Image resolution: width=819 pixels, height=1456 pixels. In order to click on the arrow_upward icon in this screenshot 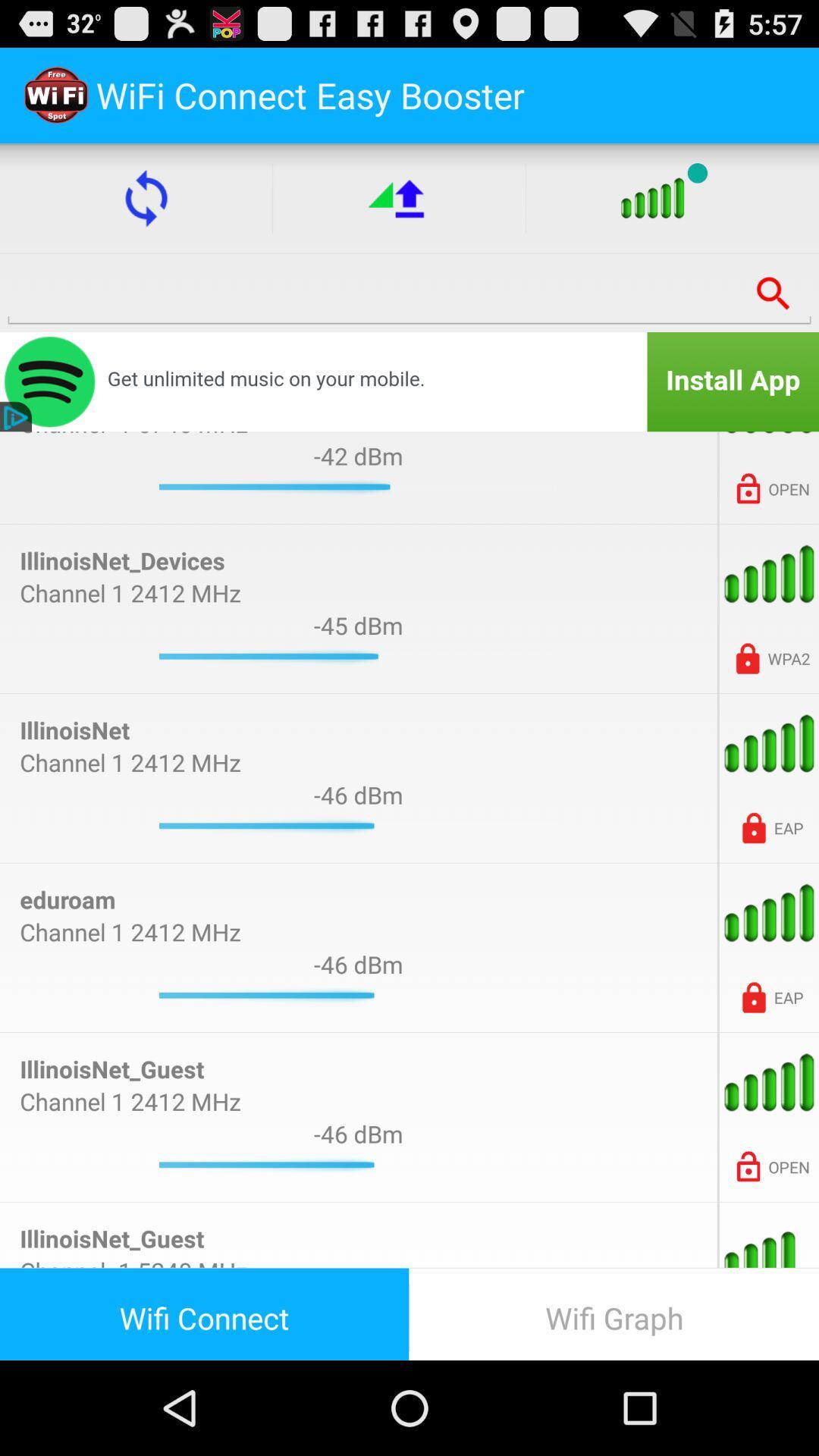, I will do `click(398, 211)`.